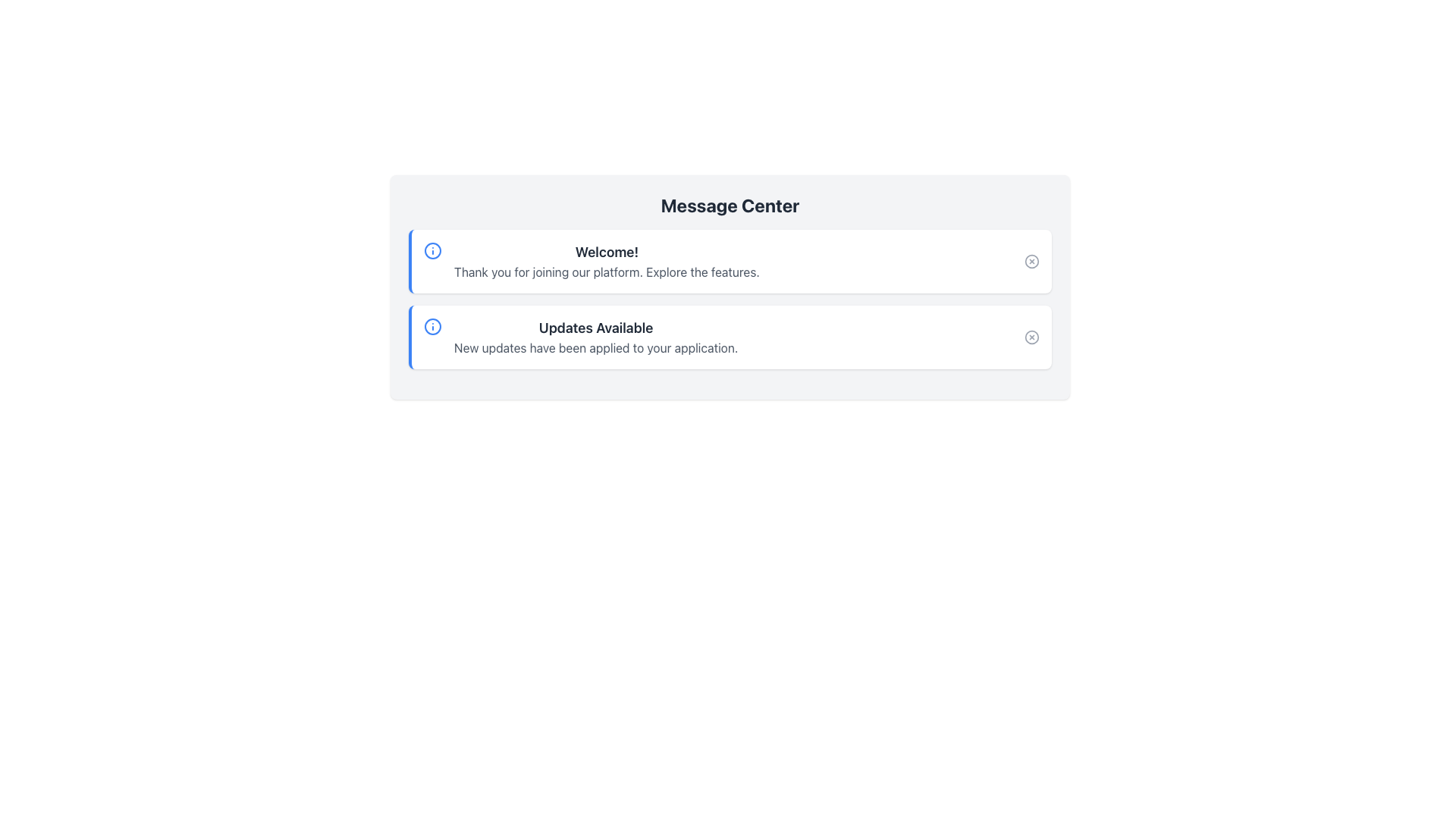  Describe the element at coordinates (580, 336) in the screenshot. I see `informational text block that provides updates applied to the application, located below the 'Welcome!' notification in a vertically stacked list of notifications` at that location.